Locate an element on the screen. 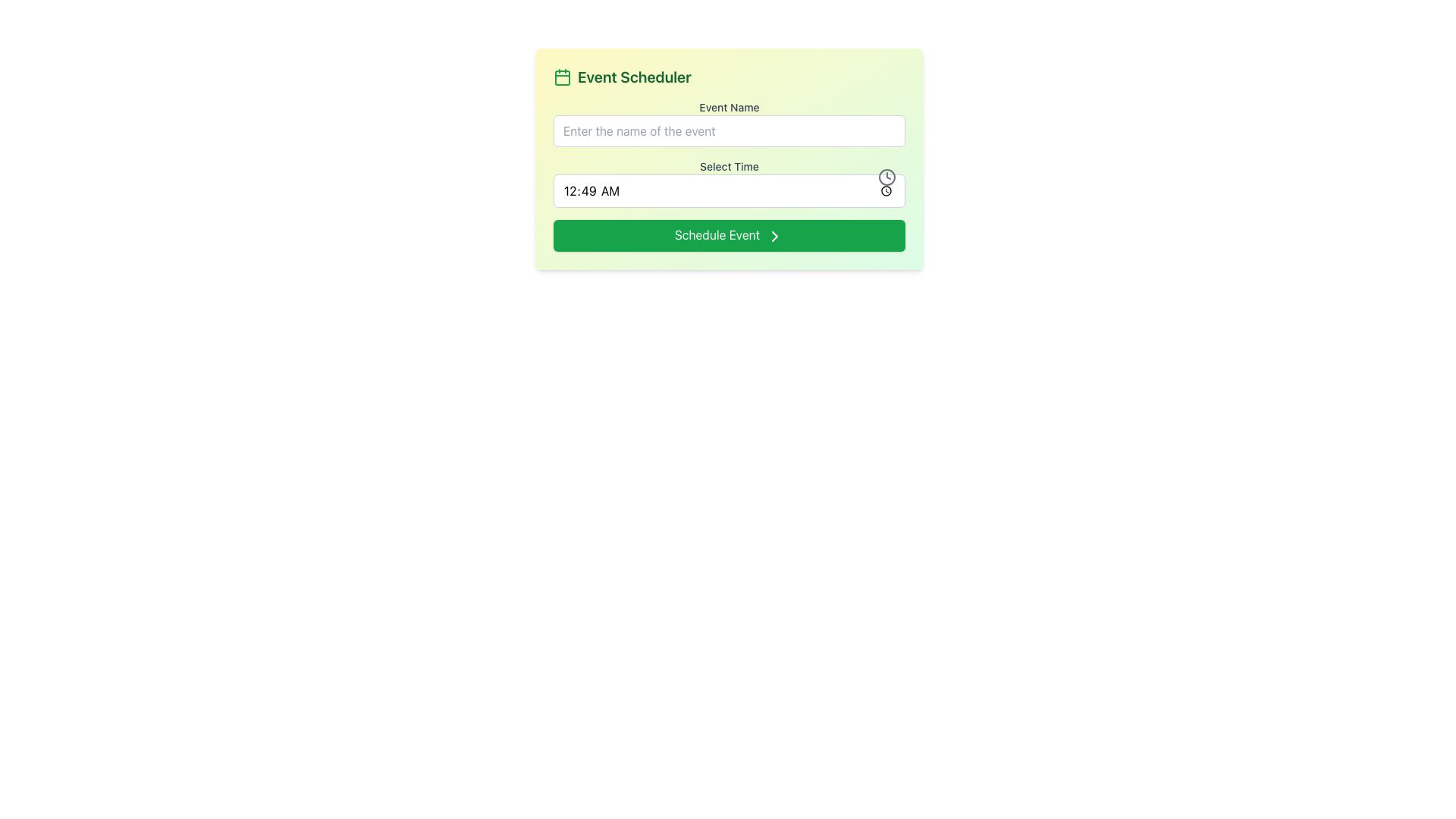 The width and height of the screenshot is (1456, 819). the 'Event Name' label which displays the phrase in a medium-sized gray font, positioned above its associated input field is located at coordinates (729, 107).